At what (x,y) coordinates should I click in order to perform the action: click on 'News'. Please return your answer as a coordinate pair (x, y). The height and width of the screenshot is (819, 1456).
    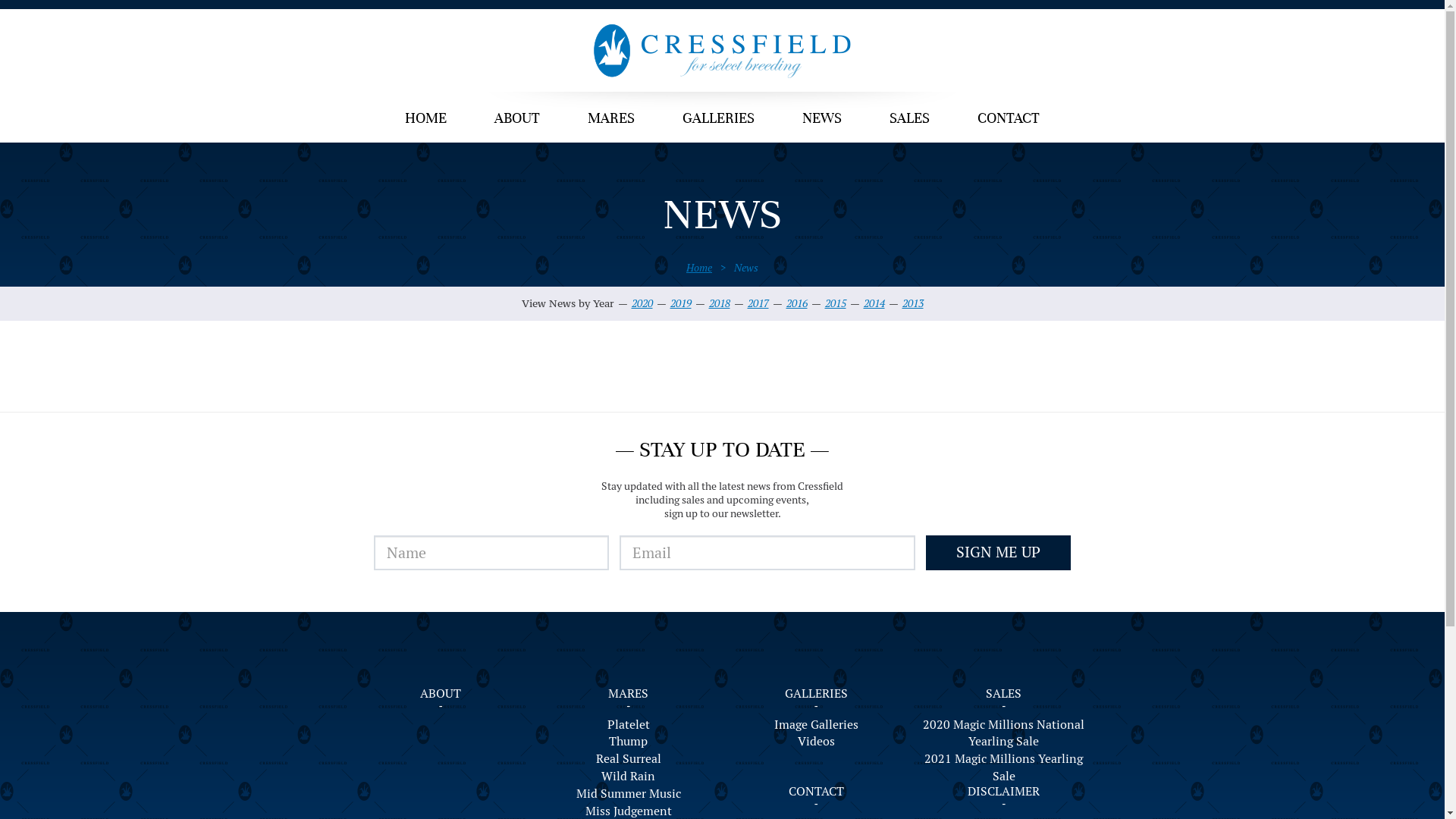
    Looking at the image, I should click on (745, 267).